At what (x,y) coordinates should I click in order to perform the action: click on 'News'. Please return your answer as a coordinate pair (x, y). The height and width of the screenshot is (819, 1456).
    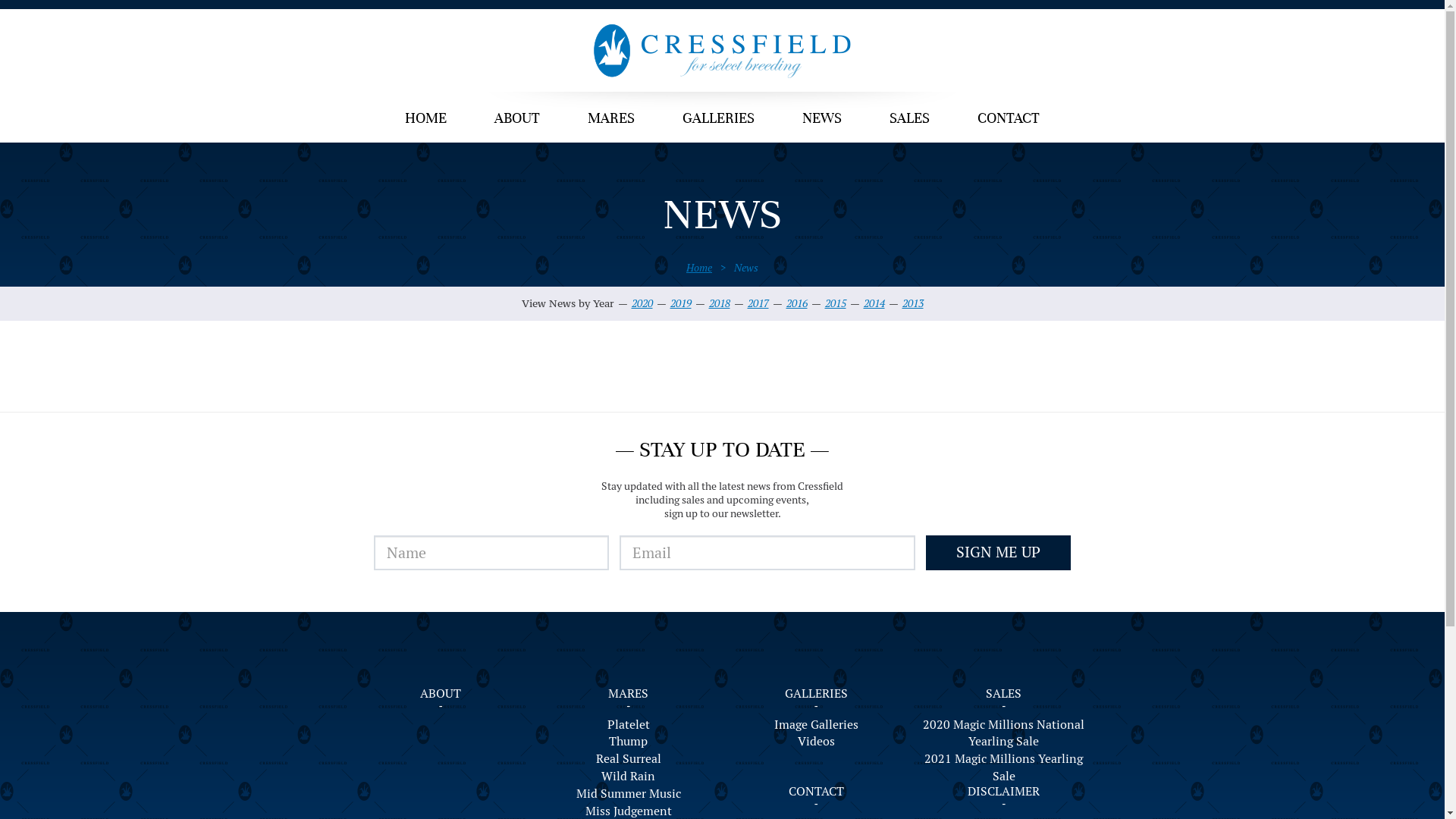
    Looking at the image, I should click on (745, 267).